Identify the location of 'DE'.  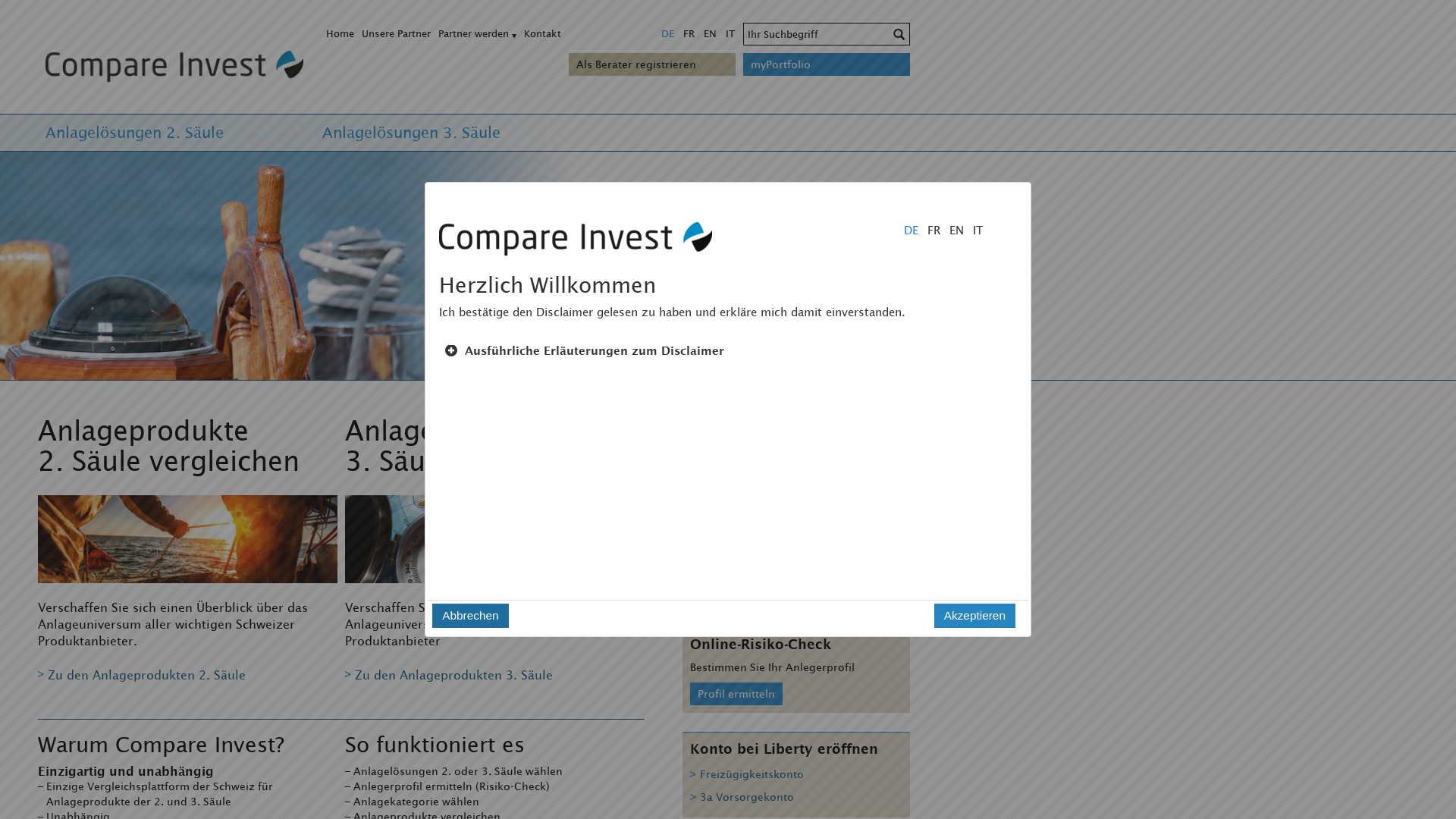
(667, 33).